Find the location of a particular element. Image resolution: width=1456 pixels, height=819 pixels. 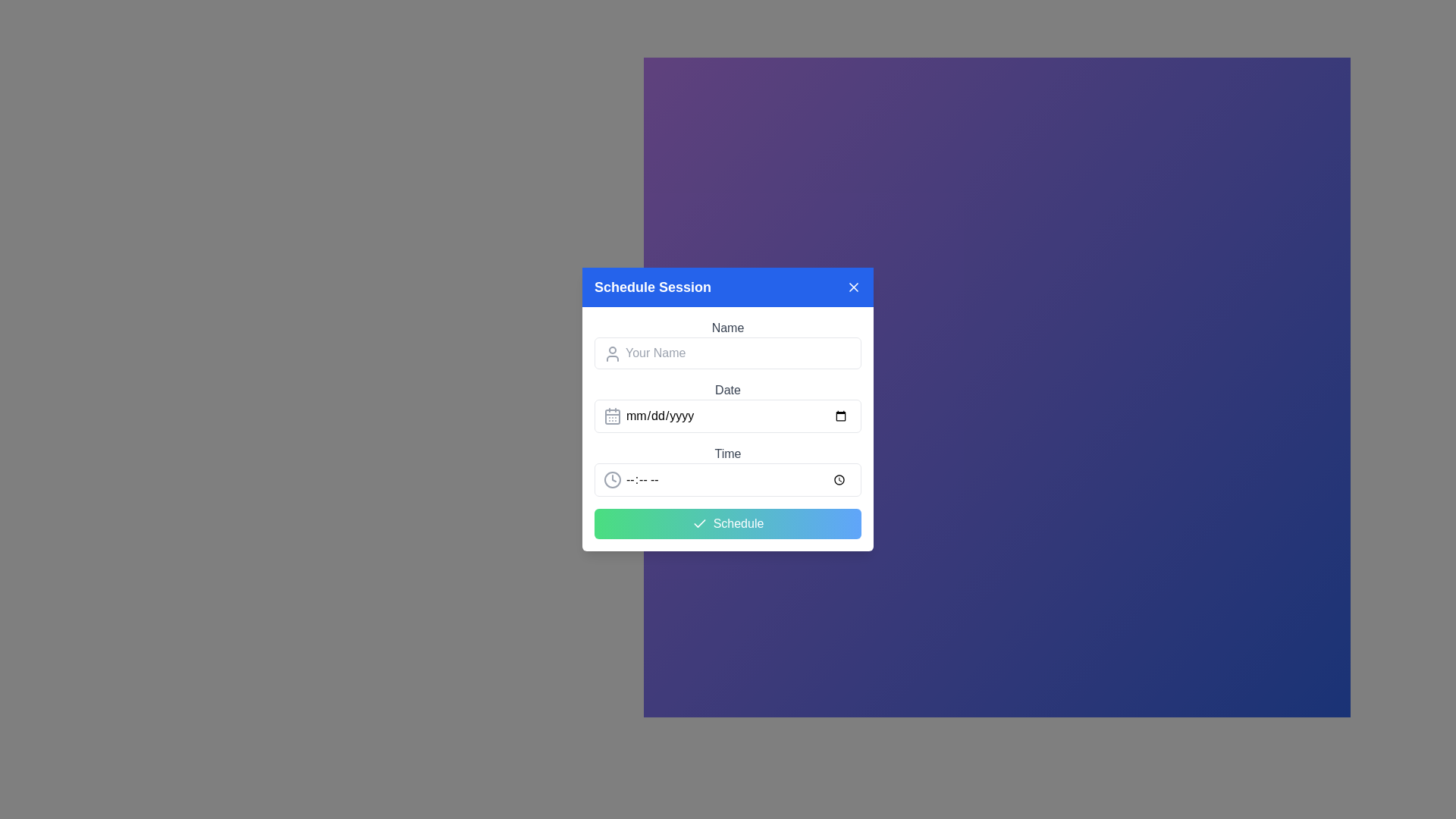

the decorative clock icon located to the left of the 'Time' input field to emphasize its time-related purpose is located at coordinates (612, 479).